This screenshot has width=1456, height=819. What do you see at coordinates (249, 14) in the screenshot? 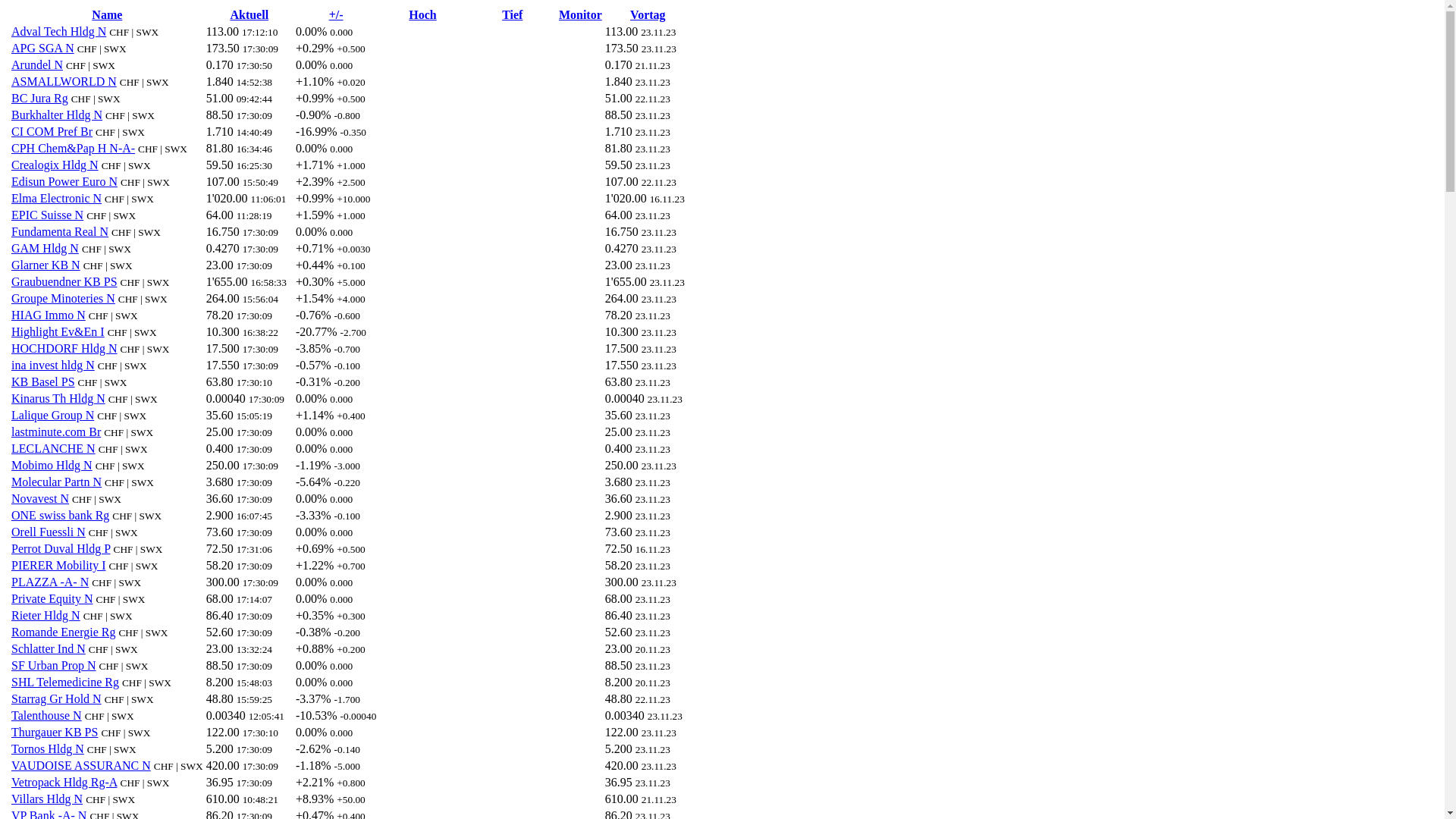
I see `'Aktuell'` at bounding box center [249, 14].